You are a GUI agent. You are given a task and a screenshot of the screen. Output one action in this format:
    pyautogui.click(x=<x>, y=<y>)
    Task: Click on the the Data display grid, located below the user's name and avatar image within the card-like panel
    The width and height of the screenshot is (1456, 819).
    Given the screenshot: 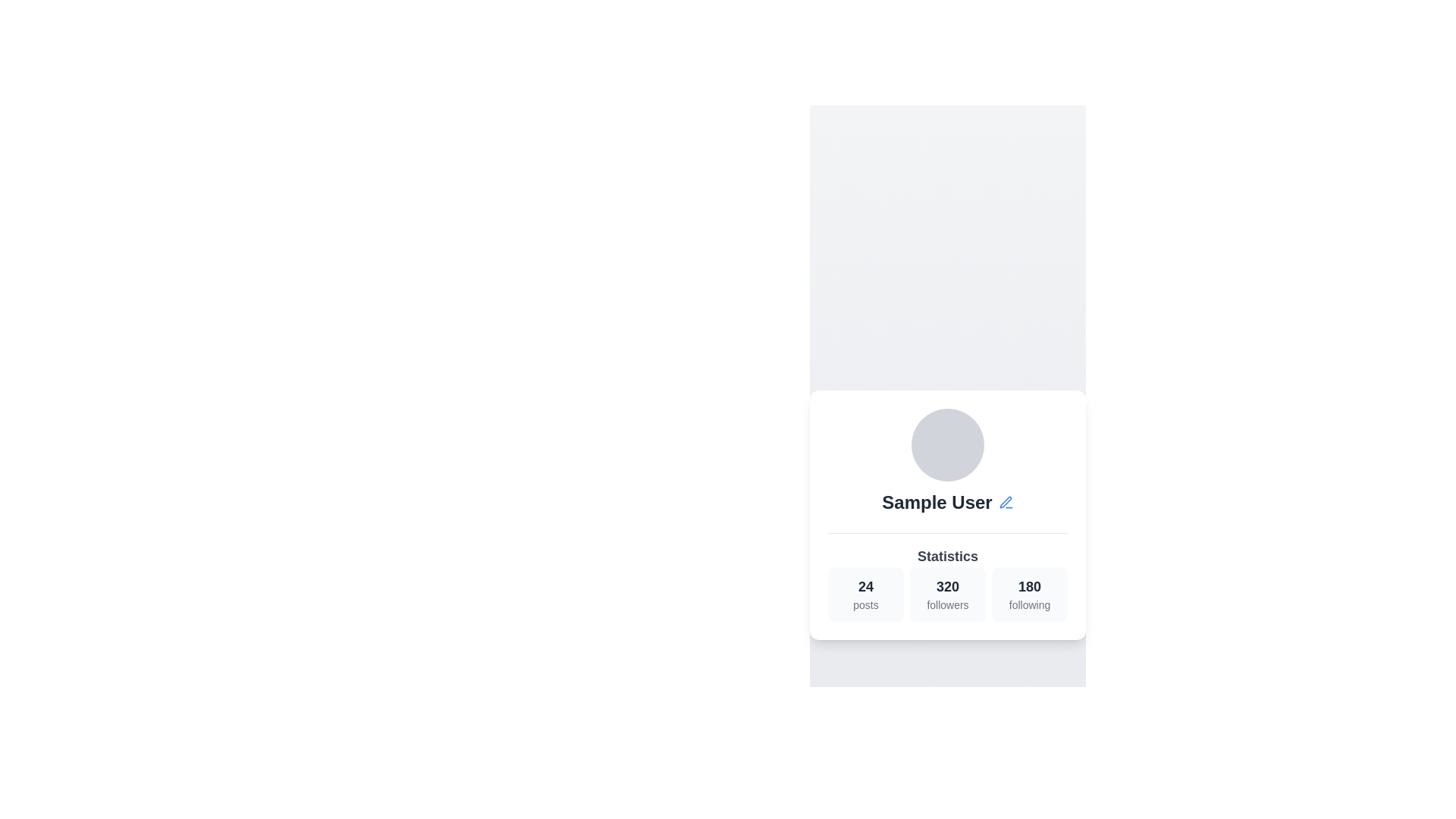 What is the action you would take?
    pyautogui.click(x=946, y=576)
    